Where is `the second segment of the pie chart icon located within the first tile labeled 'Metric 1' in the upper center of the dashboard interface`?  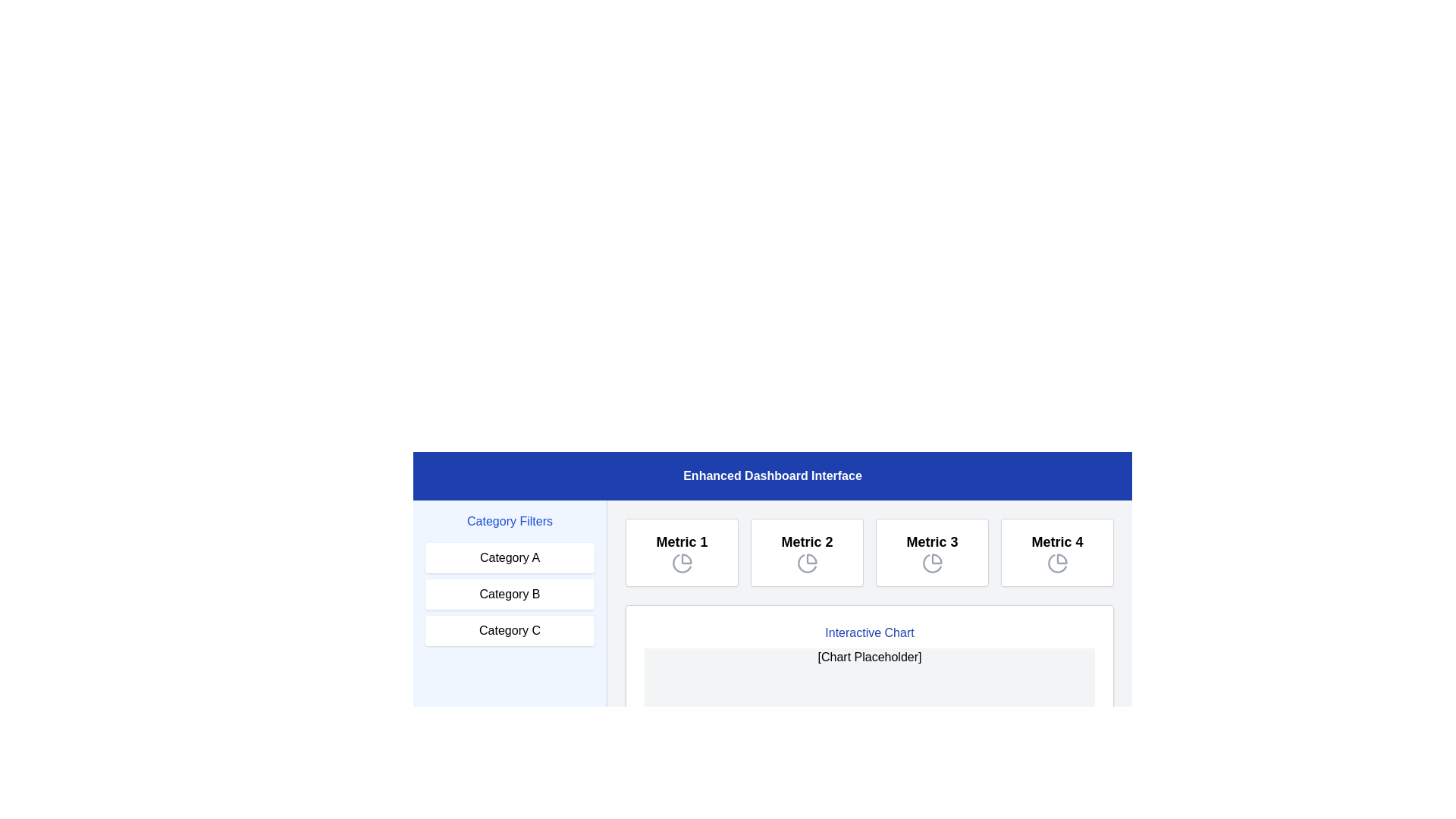
the second segment of the pie chart icon located within the first tile labeled 'Metric 1' in the upper center of the dashboard interface is located at coordinates (680, 563).